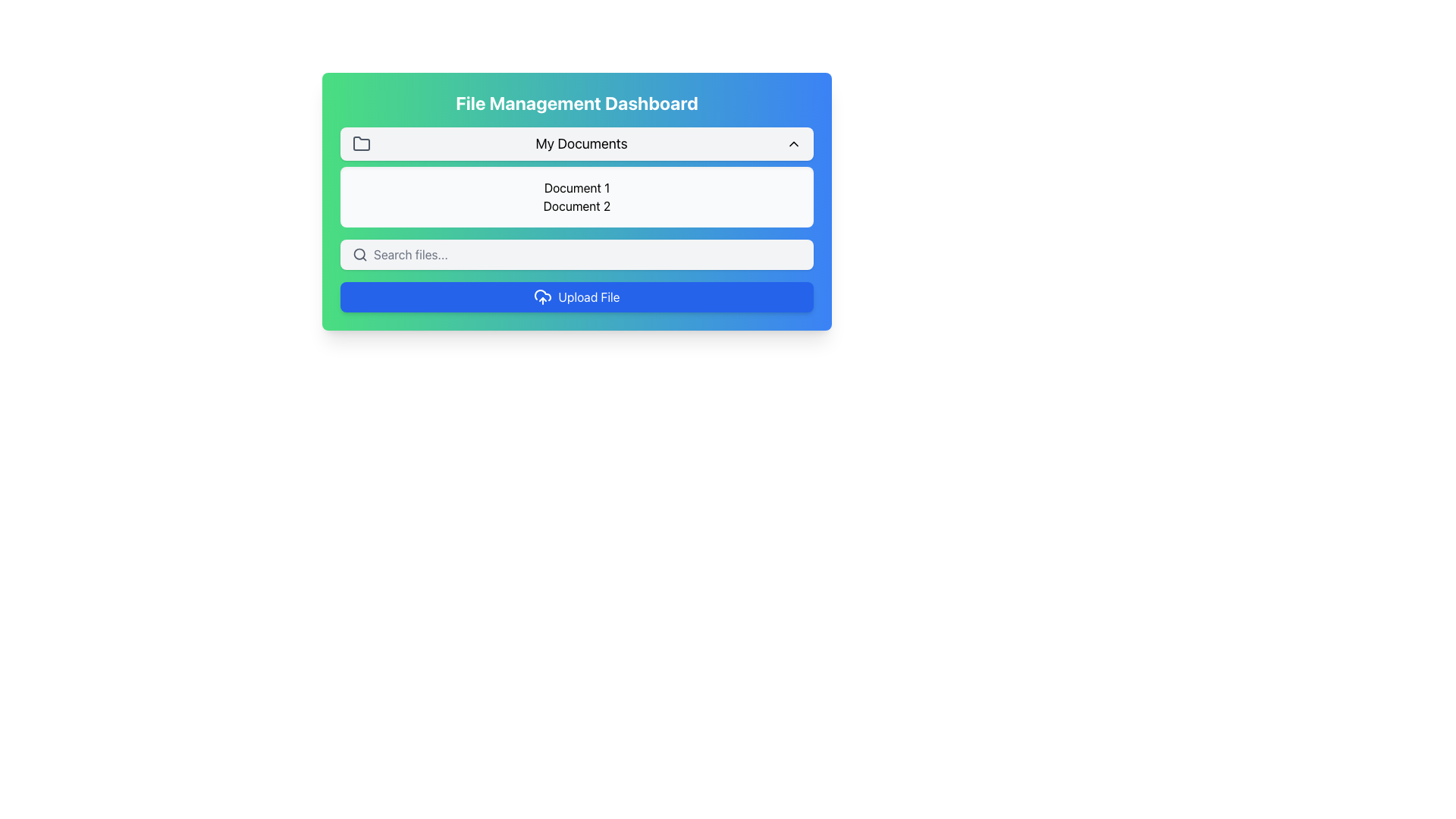  What do you see at coordinates (576, 187) in the screenshot?
I see `the text label that identifies a document or file, located above the 'Document 2' element in a rounded light gray box` at bounding box center [576, 187].